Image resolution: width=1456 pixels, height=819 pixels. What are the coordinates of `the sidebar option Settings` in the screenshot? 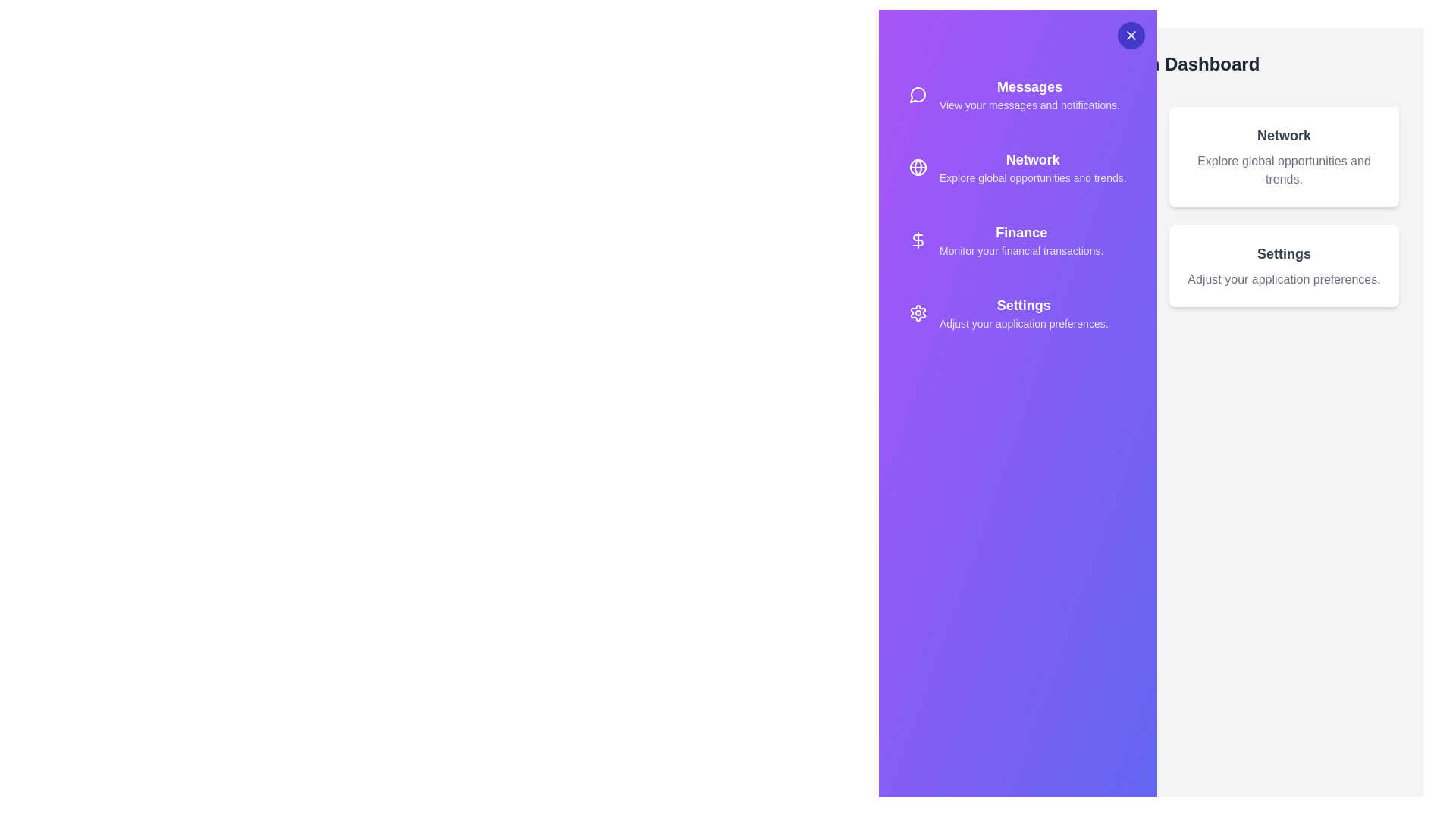 It's located at (1018, 312).